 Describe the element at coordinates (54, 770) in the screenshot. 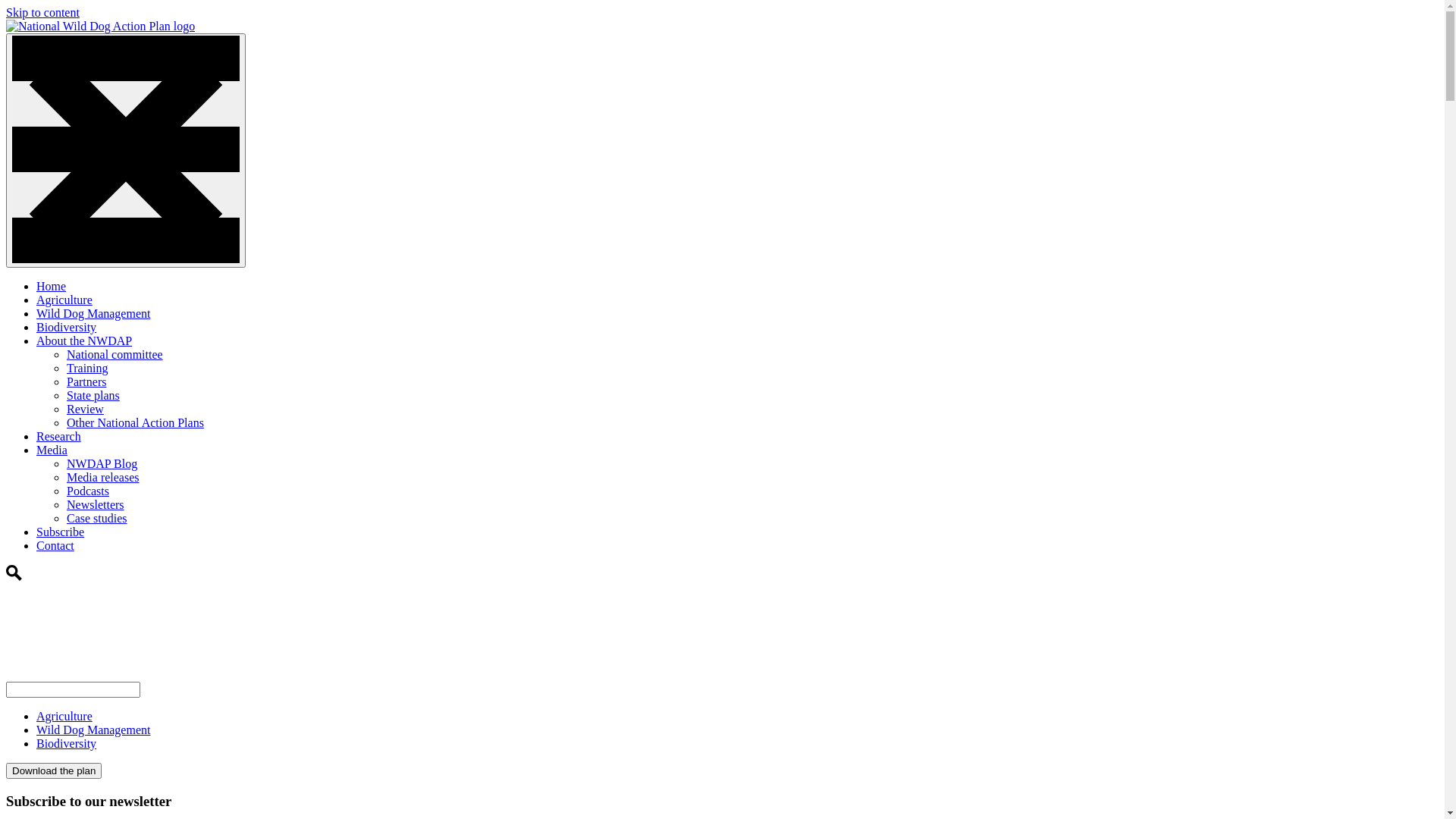

I see `'Download the plan'` at that location.